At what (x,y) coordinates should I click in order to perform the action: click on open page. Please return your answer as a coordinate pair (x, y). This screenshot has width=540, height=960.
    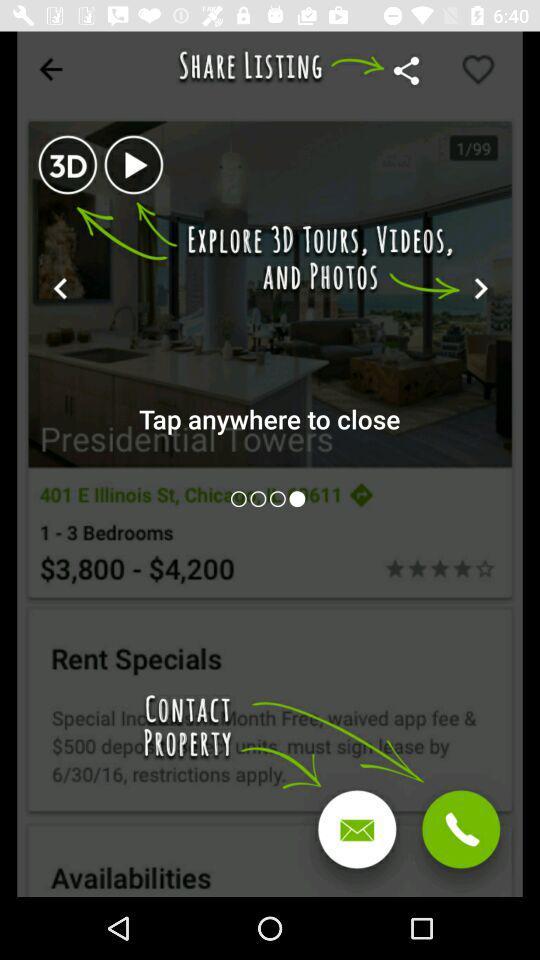
    Looking at the image, I should click on (278, 498).